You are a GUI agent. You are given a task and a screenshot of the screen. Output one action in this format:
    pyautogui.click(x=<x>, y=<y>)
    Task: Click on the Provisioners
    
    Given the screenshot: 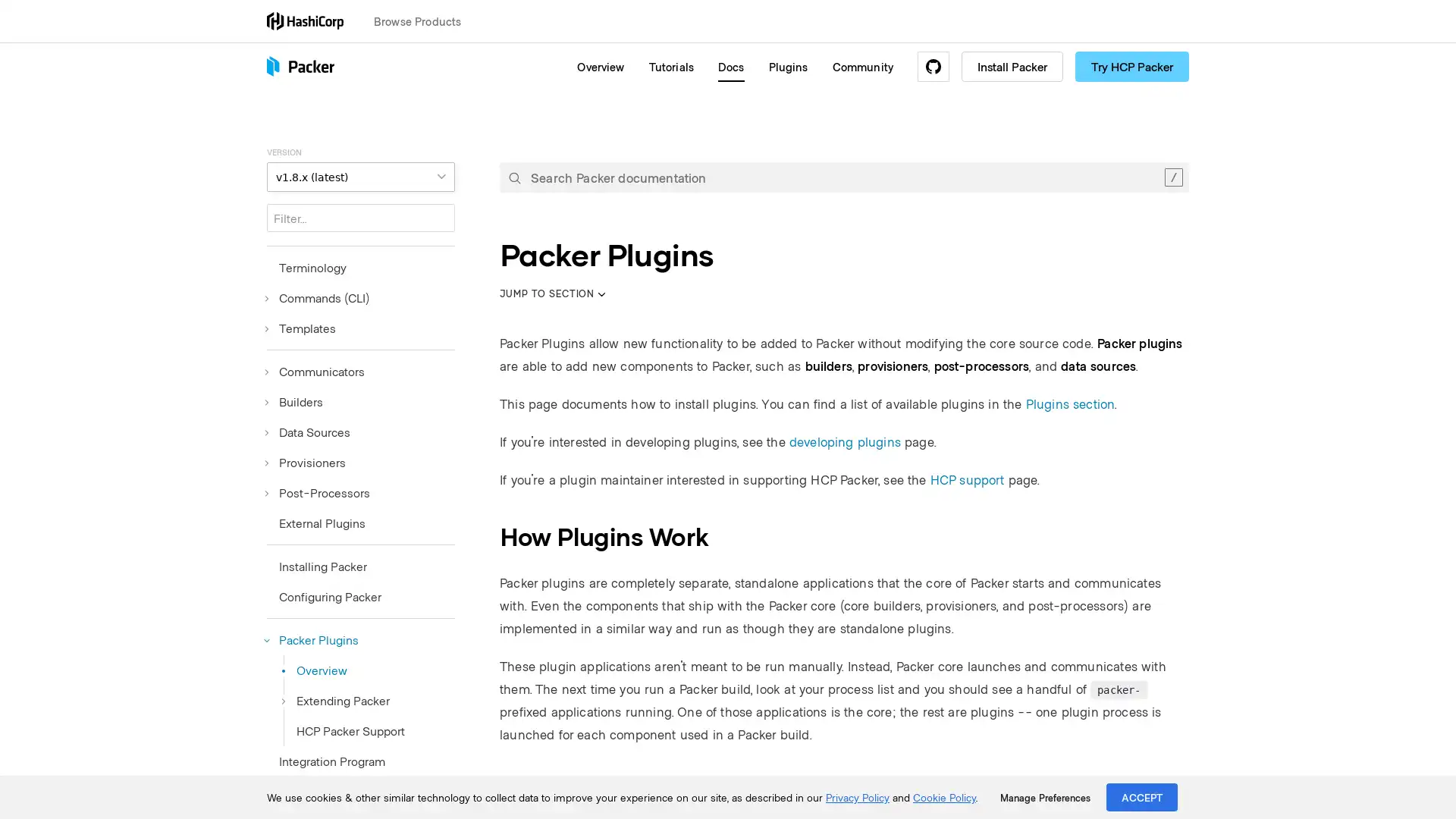 What is the action you would take?
    pyautogui.click(x=305, y=461)
    